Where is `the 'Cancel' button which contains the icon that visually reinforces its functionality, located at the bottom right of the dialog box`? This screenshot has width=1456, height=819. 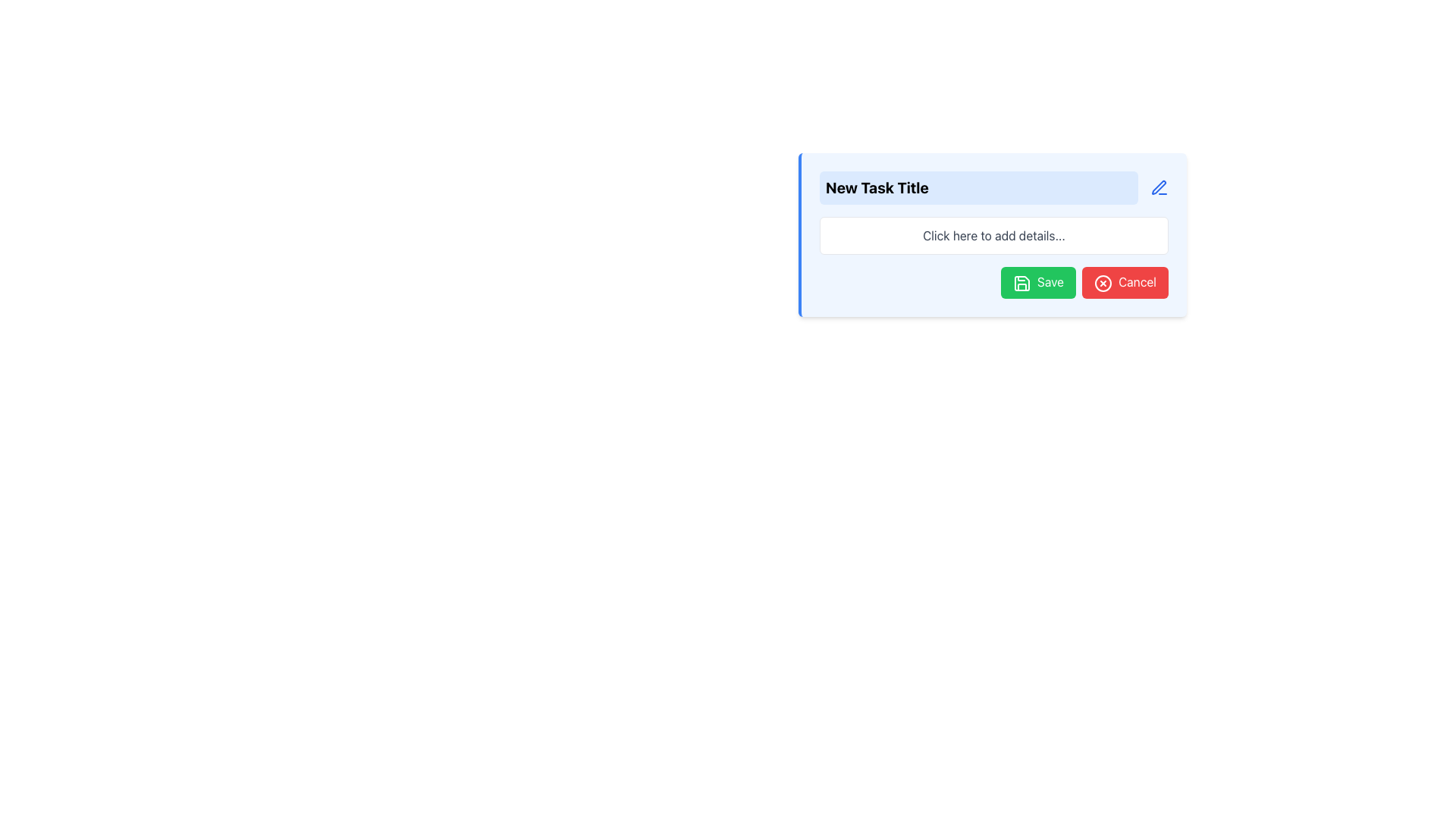 the 'Cancel' button which contains the icon that visually reinforces its functionality, located at the bottom right of the dialog box is located at coordinates (1103, 283).